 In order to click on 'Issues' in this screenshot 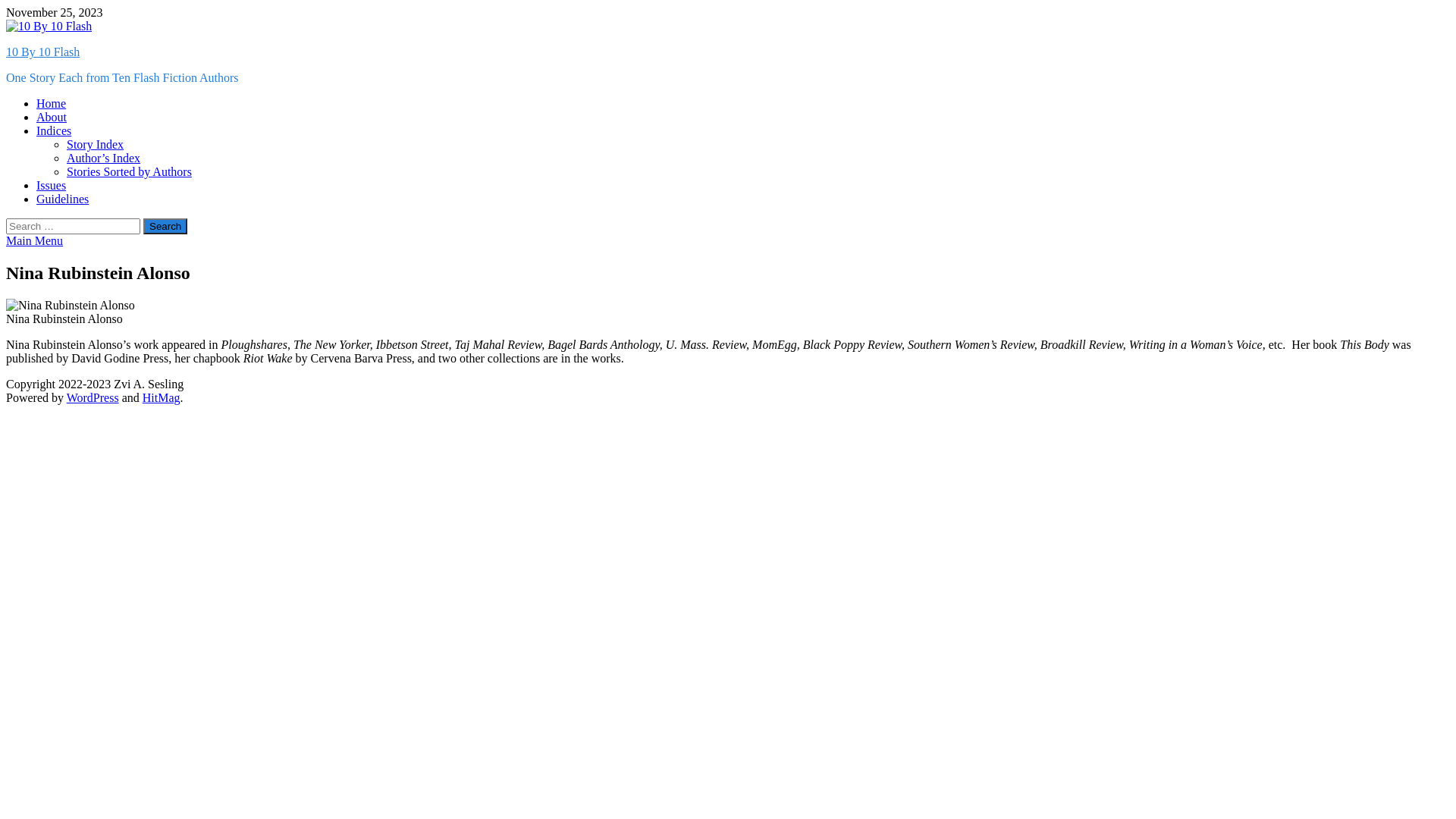, I will do `click(51, 184)`.